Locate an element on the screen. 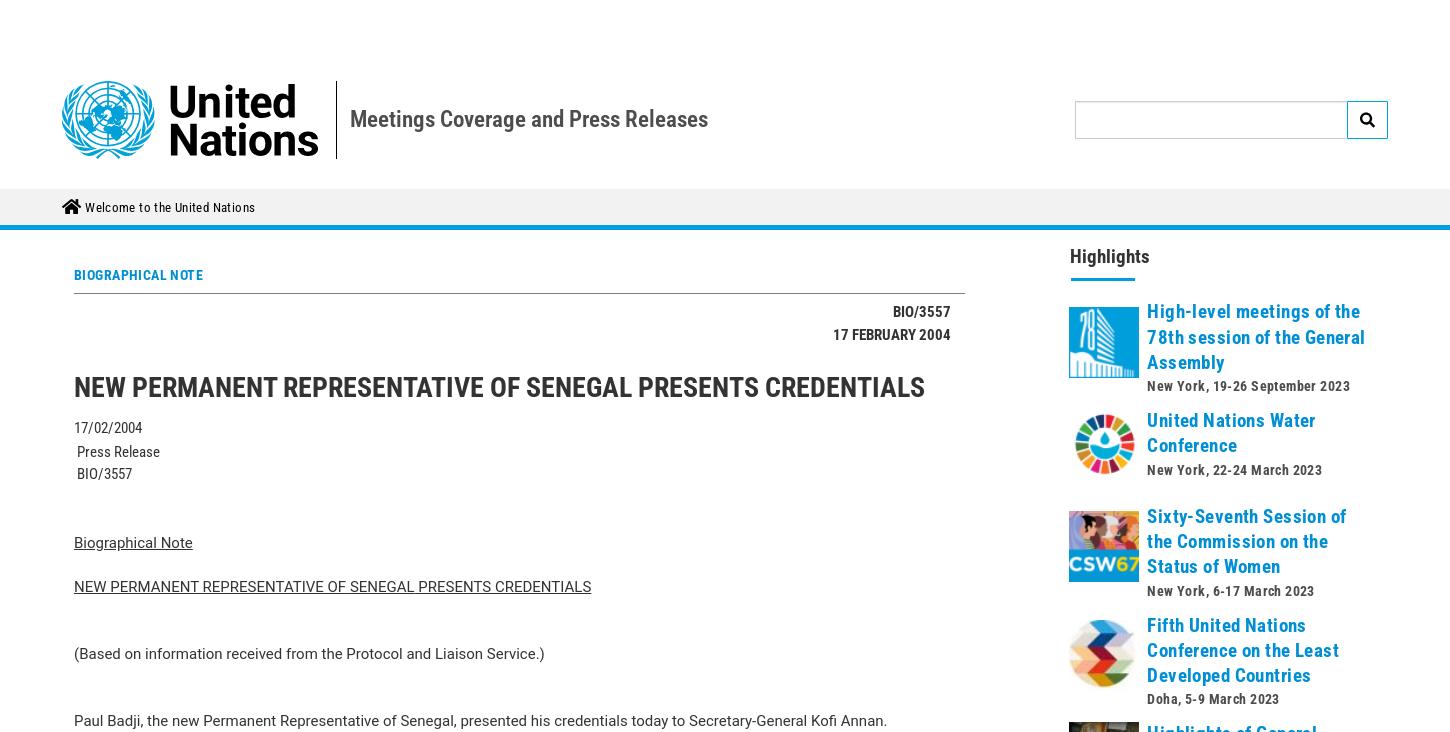  '17/02/2004' is located at coordinates (108, 237).